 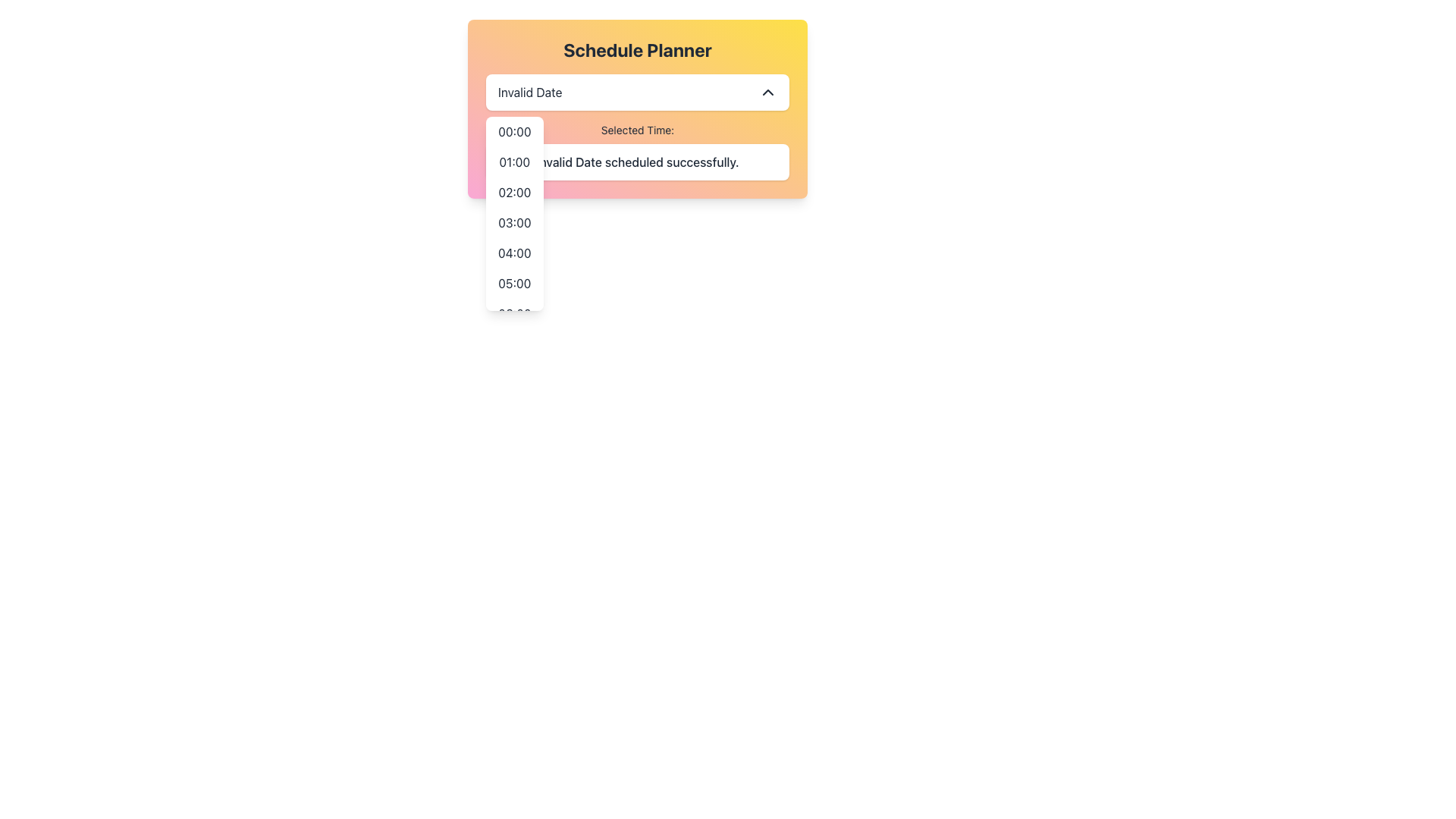 What do you see at coordinates (514, 130) in the screenshot?
I see `to select the time option '00:00' in the top-left corner of the time picker dropdown menu` at bounding box center [514, 130].